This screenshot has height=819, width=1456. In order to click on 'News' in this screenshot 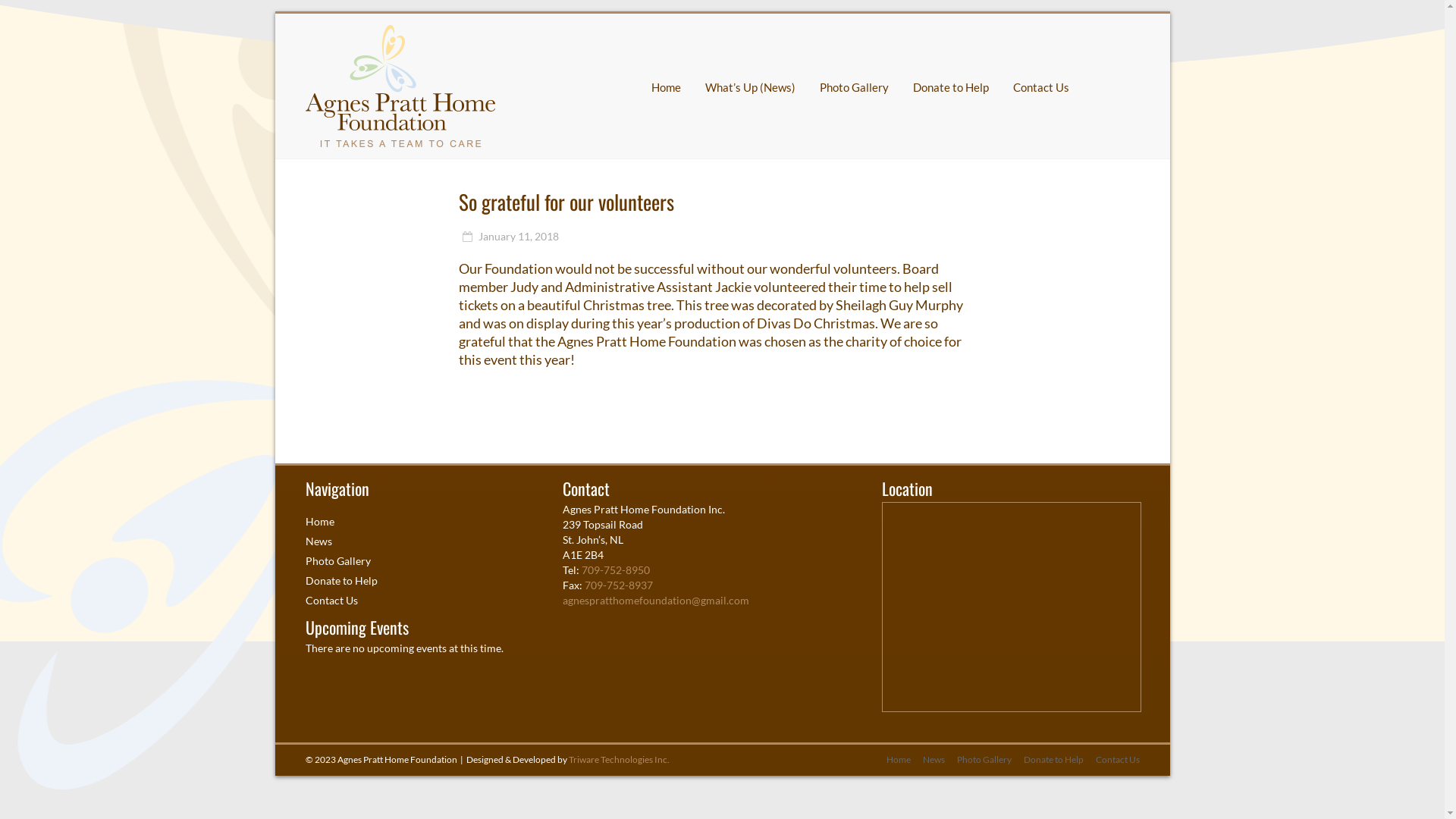, I will do `click(926, 760)`.